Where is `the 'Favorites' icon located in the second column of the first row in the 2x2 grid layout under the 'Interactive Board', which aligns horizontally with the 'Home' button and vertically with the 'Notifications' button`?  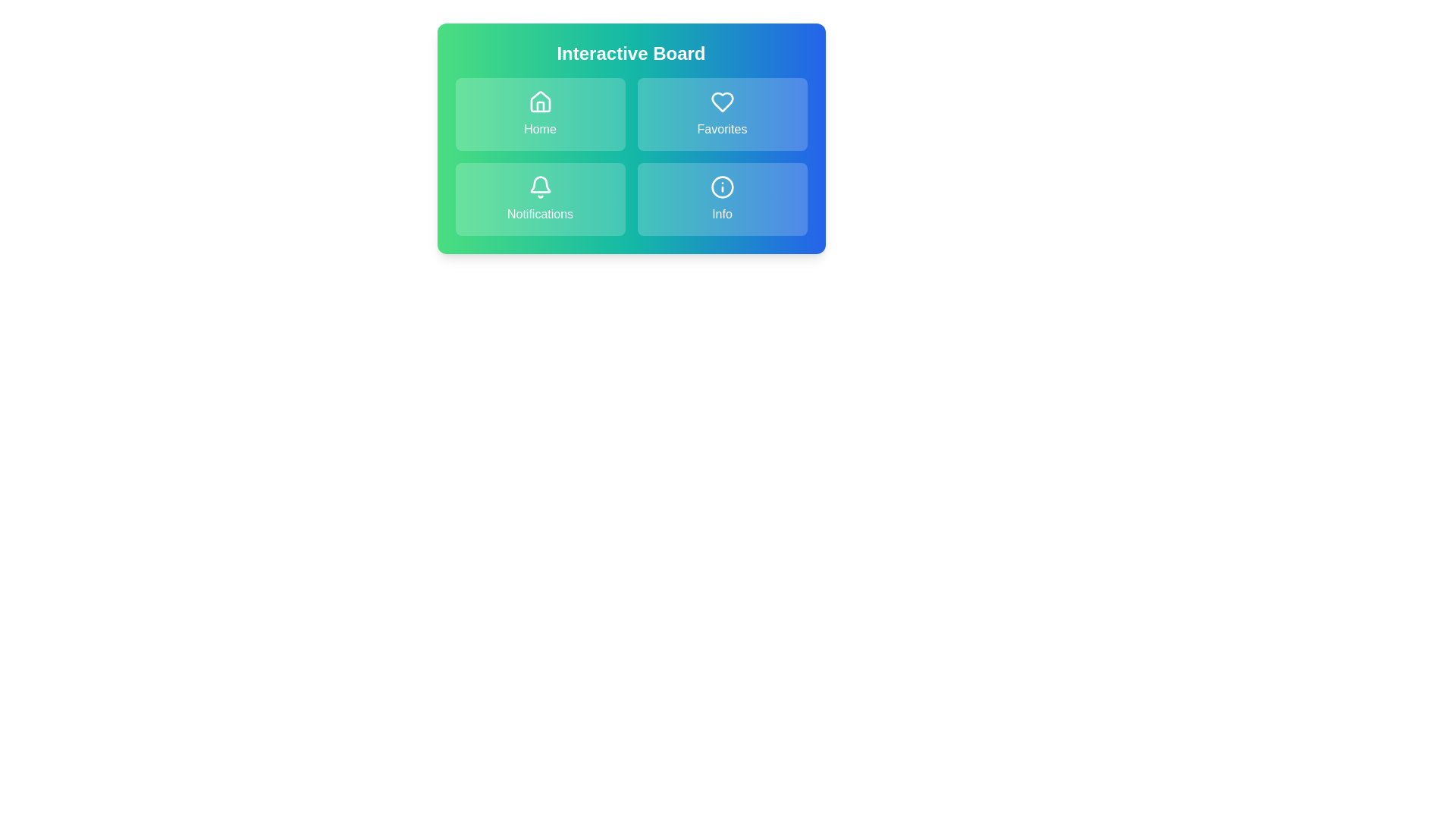
the 'Favorites' icon located in the second column of the first row in the 2x2 grid layout under the 'Interactive Board', which aligns horizontally with the 'Home' button and vertically with the 'Notifications' button is located at coordinates (721, 102).